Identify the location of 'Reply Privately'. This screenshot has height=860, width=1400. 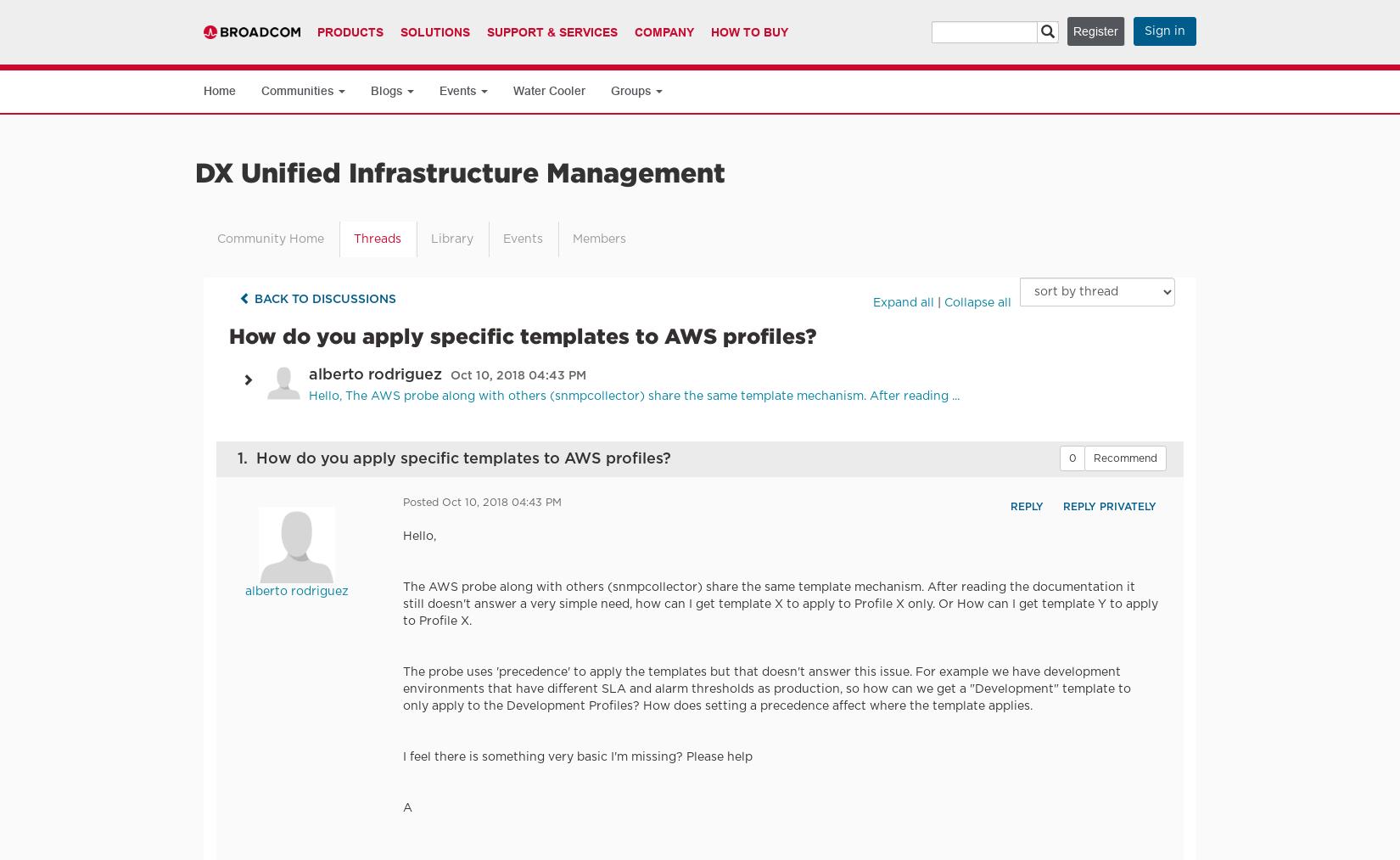
(1107, 506).